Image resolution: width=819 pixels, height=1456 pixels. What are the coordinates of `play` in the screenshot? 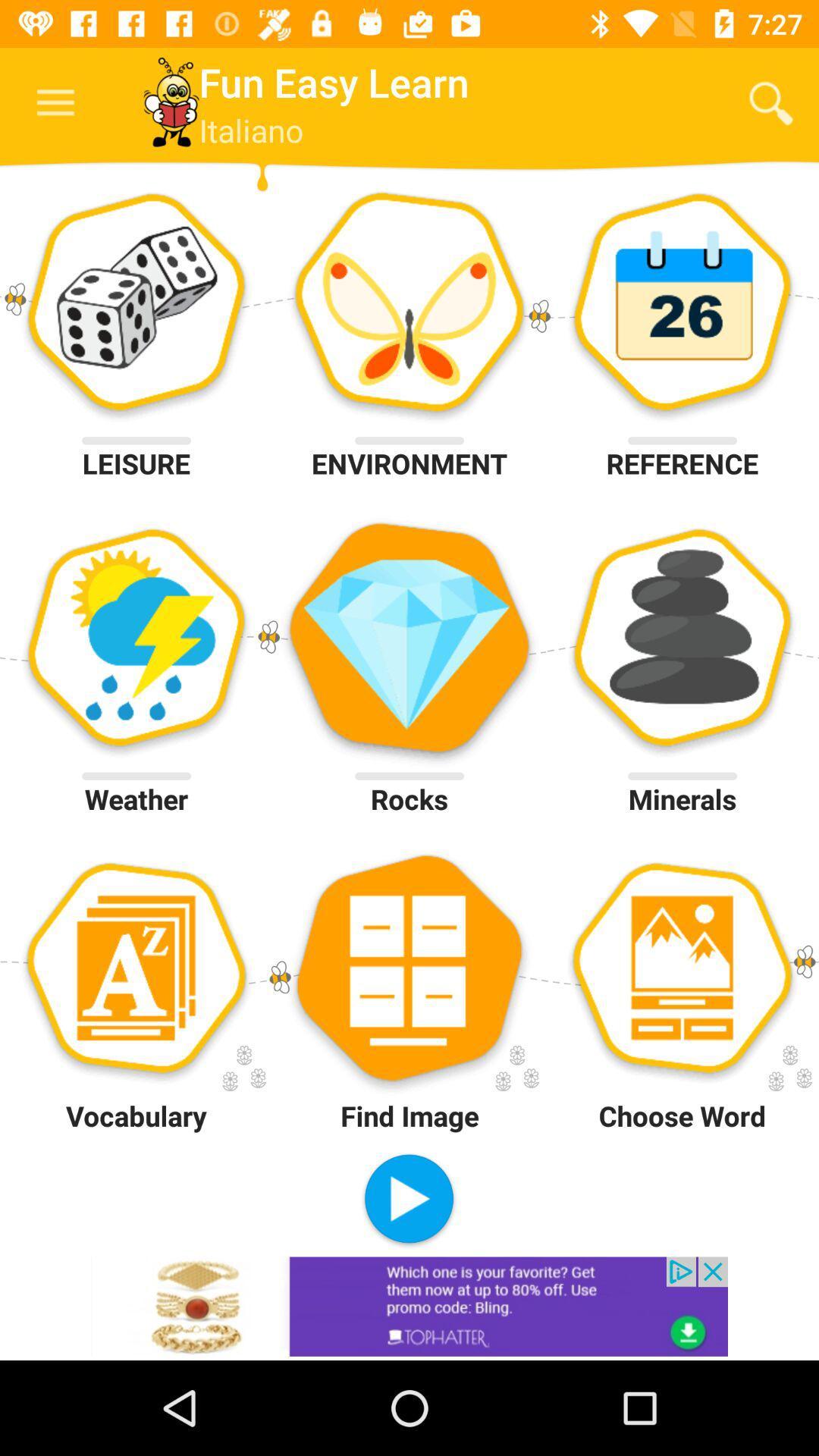 It's located at (408, 1200).